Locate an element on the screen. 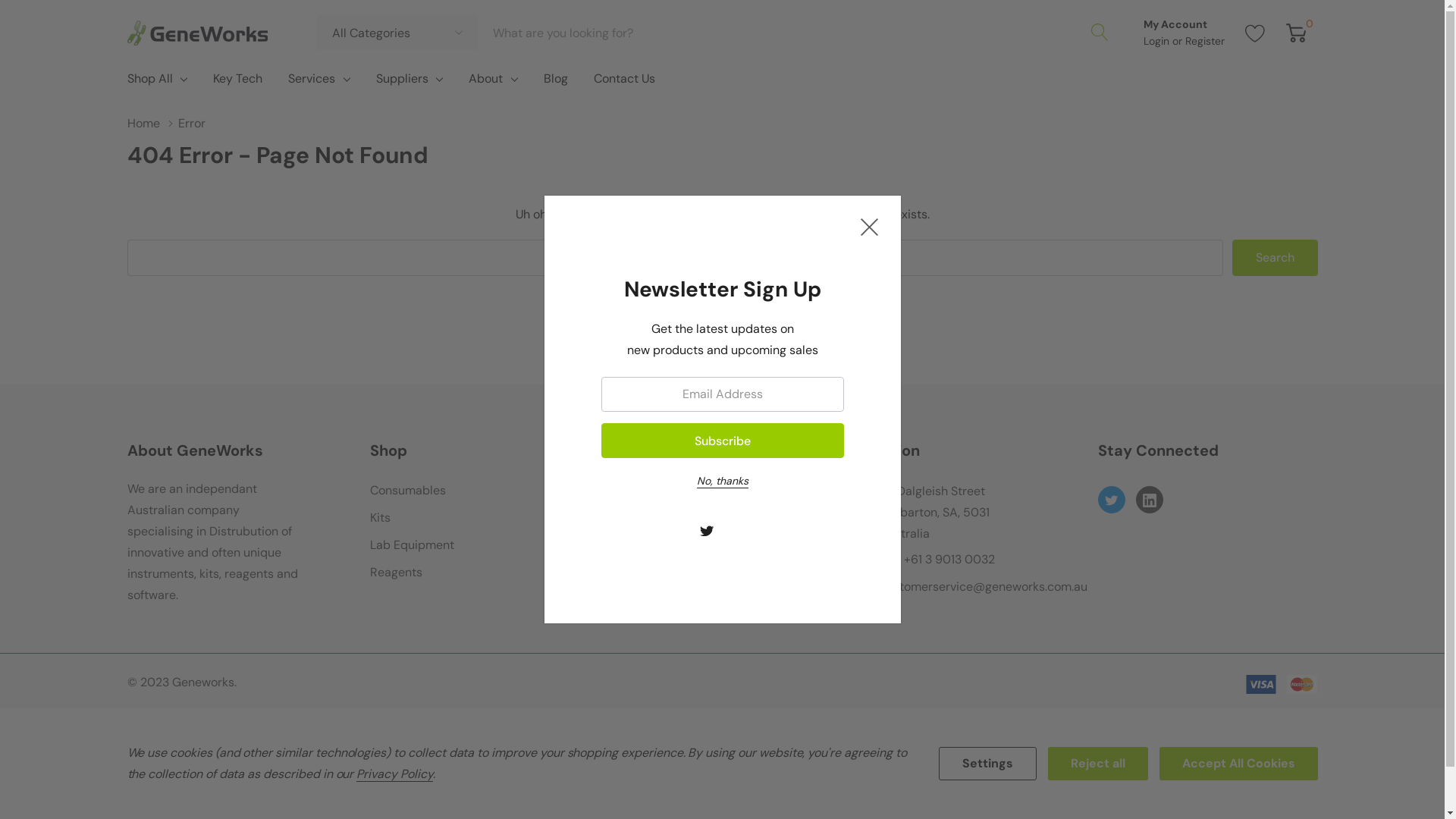 The width and height of the screenshot is (1456, 819). 'Settings' is located at coordinates (987, 763).